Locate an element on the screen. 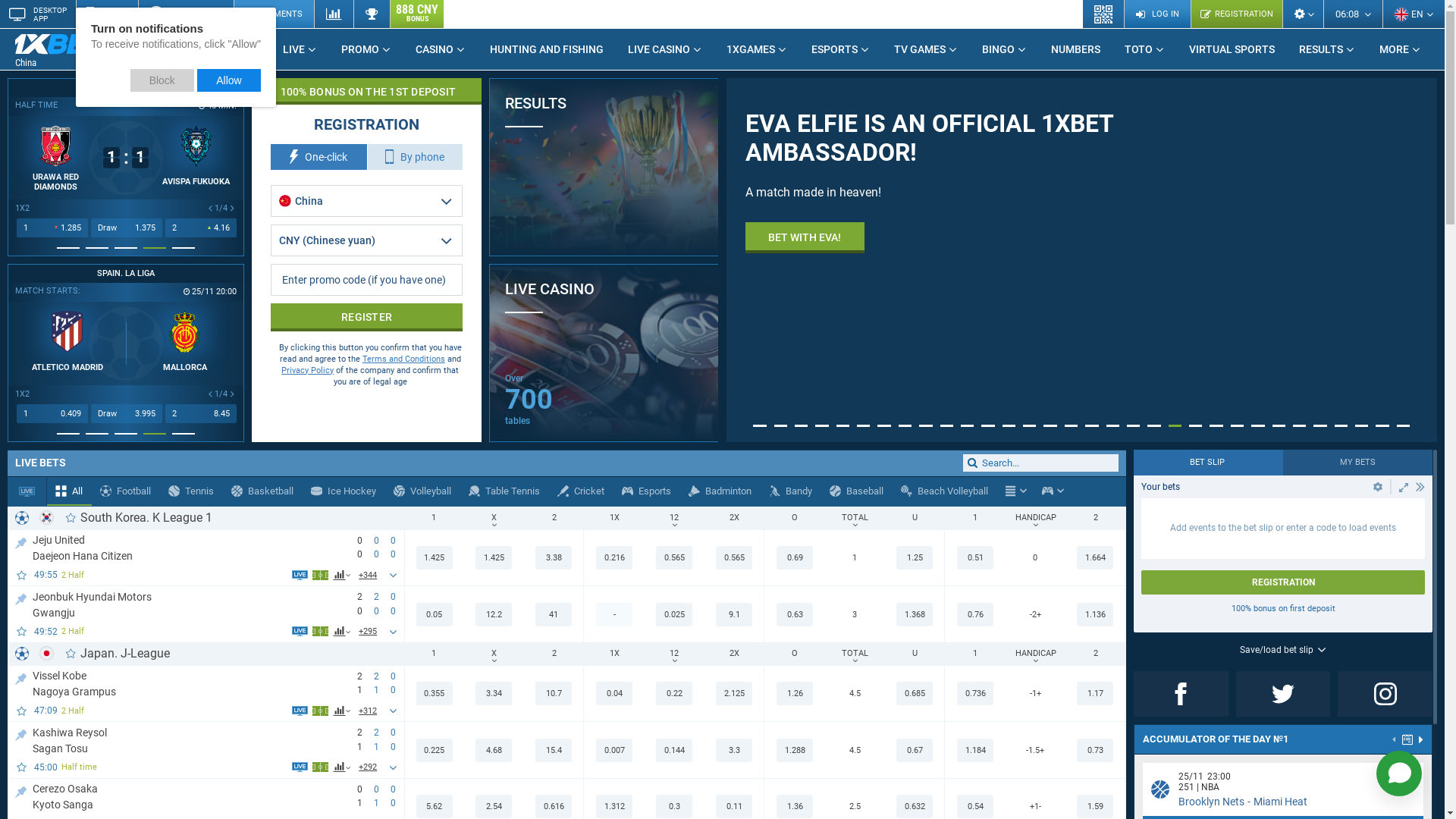 This screenshot has height=819, width=1456. 'Block' is located at coordinates (130, 80).